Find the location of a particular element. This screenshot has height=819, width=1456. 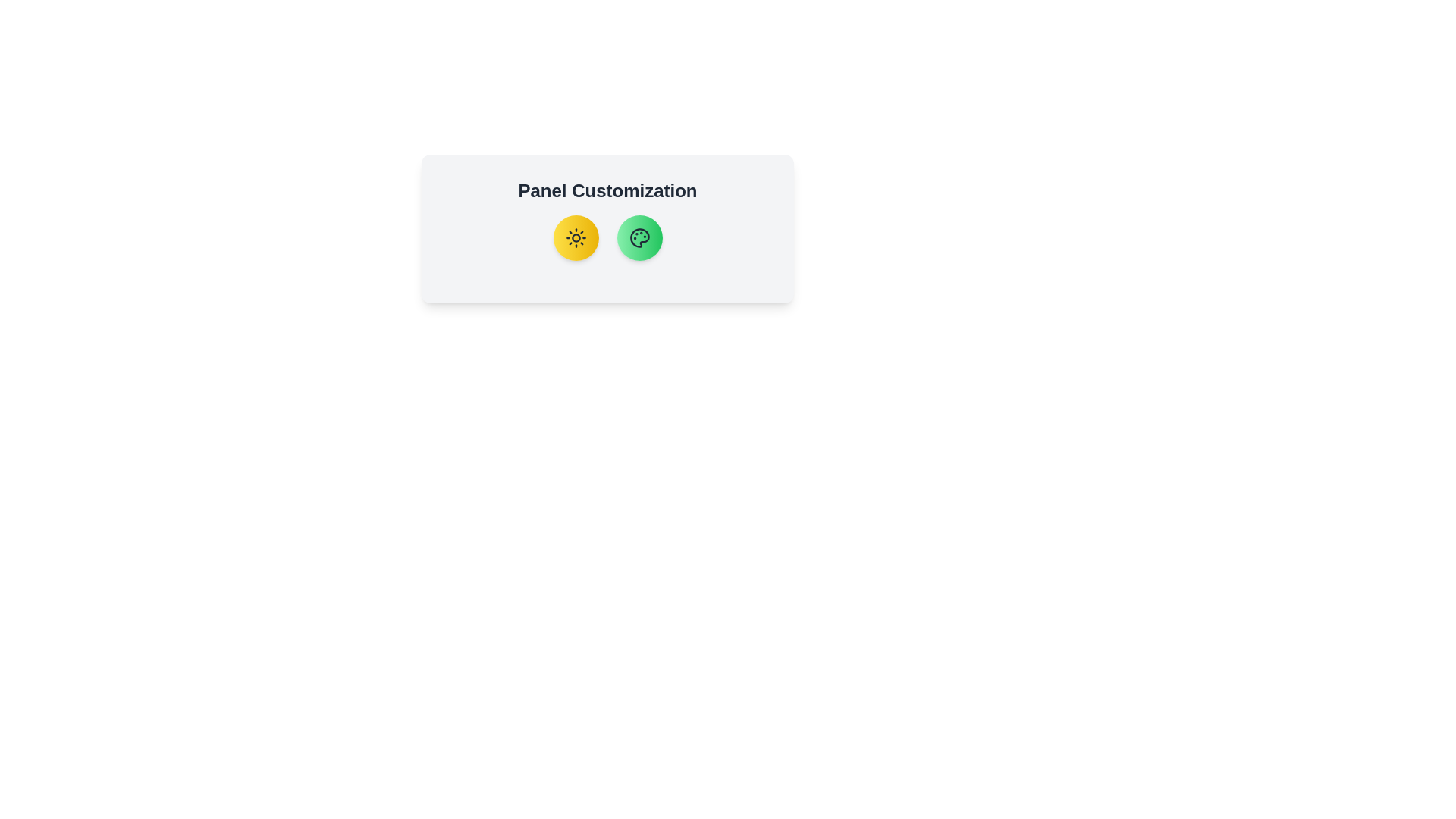

the theme selection button, which is the second button in a horizontal row is located at coordinates (639, 237).